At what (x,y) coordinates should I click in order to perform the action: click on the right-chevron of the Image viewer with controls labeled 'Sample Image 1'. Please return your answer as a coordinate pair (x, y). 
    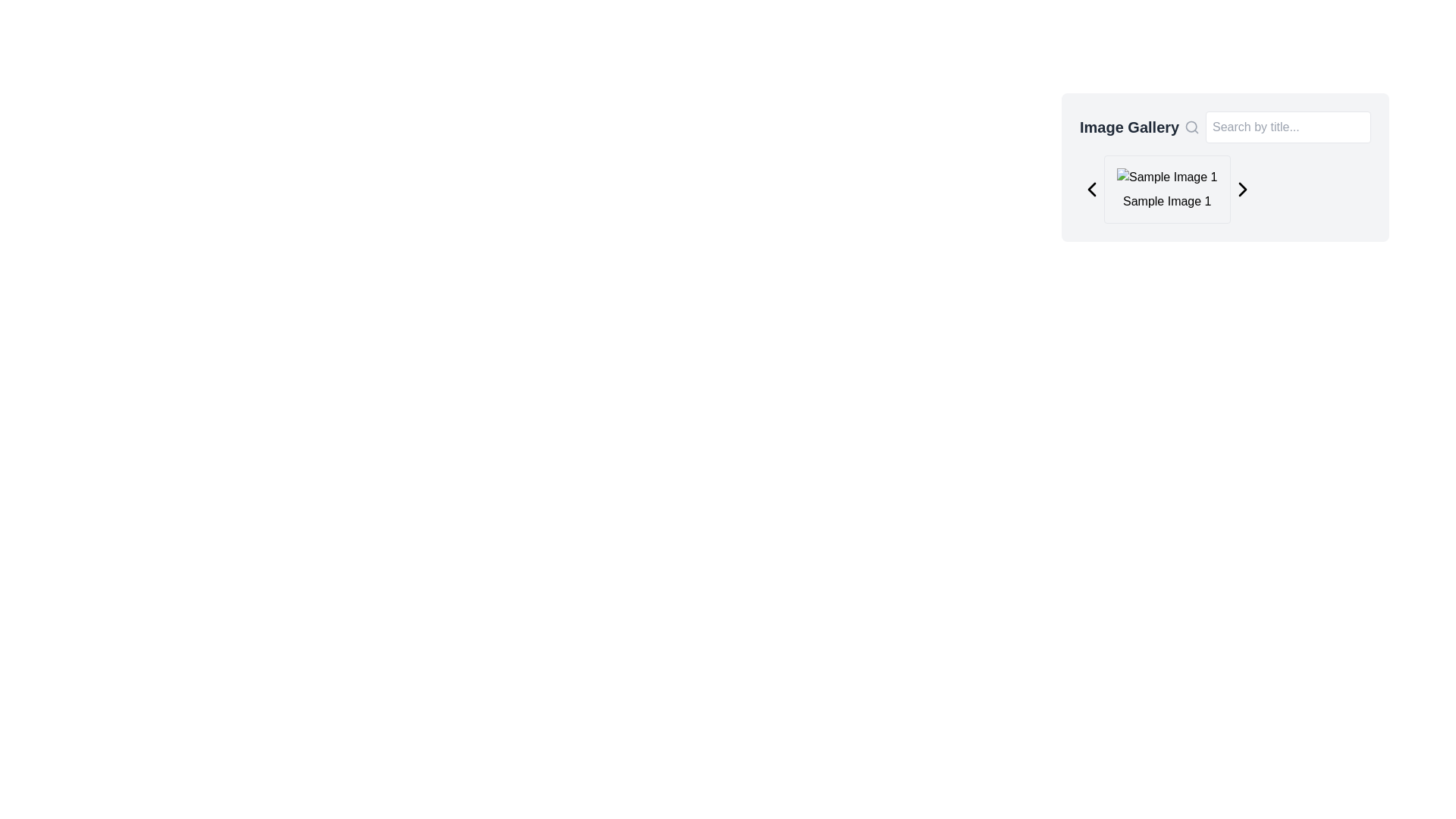
    Looking at the image, I should click on (1225, 189).